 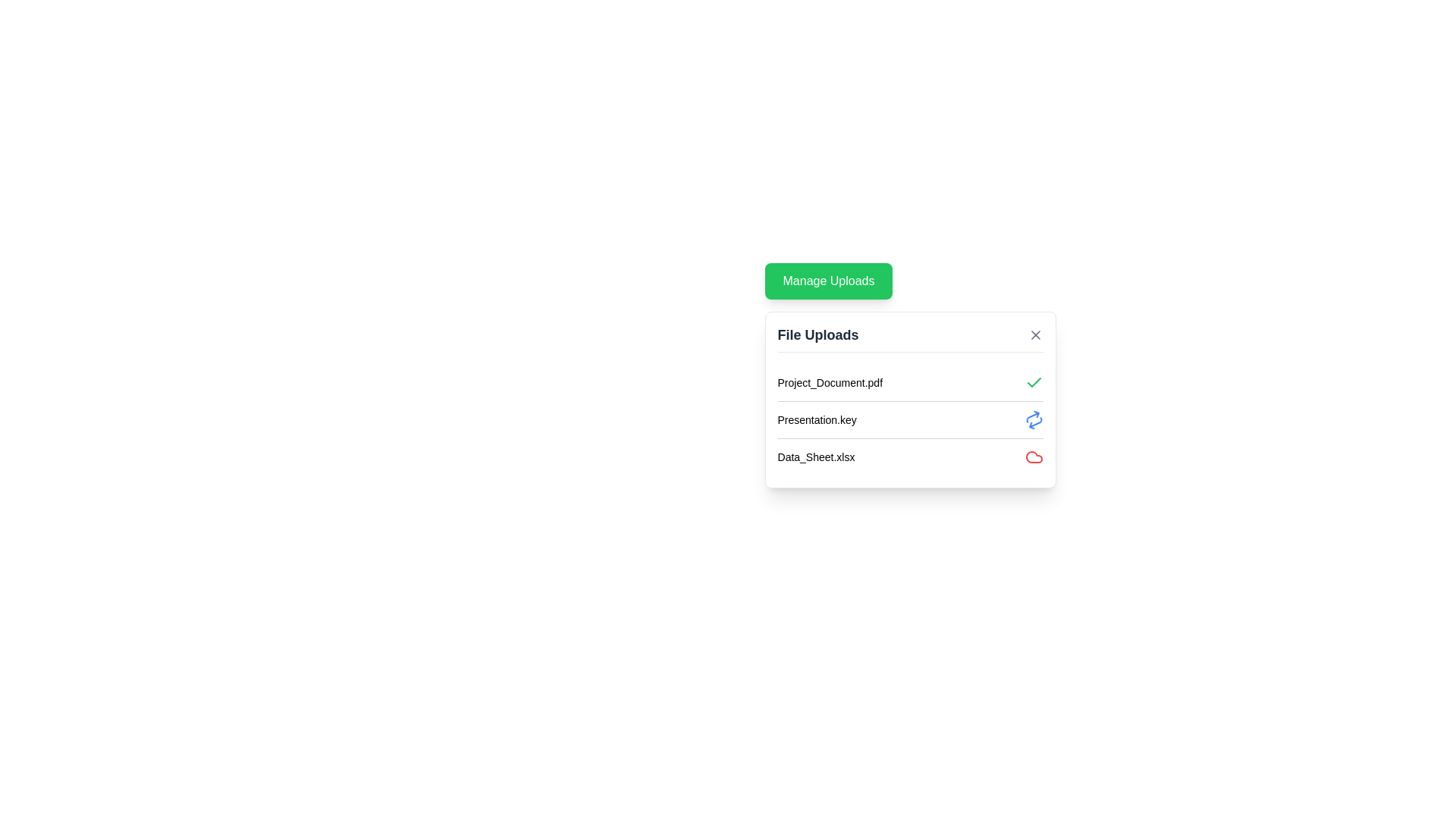 I want to click on the circular blue arrow icon indicating a loading or retry action, located next to the file name 'Presentation.key' in the upload status panel, so click(x=1033, y=420).